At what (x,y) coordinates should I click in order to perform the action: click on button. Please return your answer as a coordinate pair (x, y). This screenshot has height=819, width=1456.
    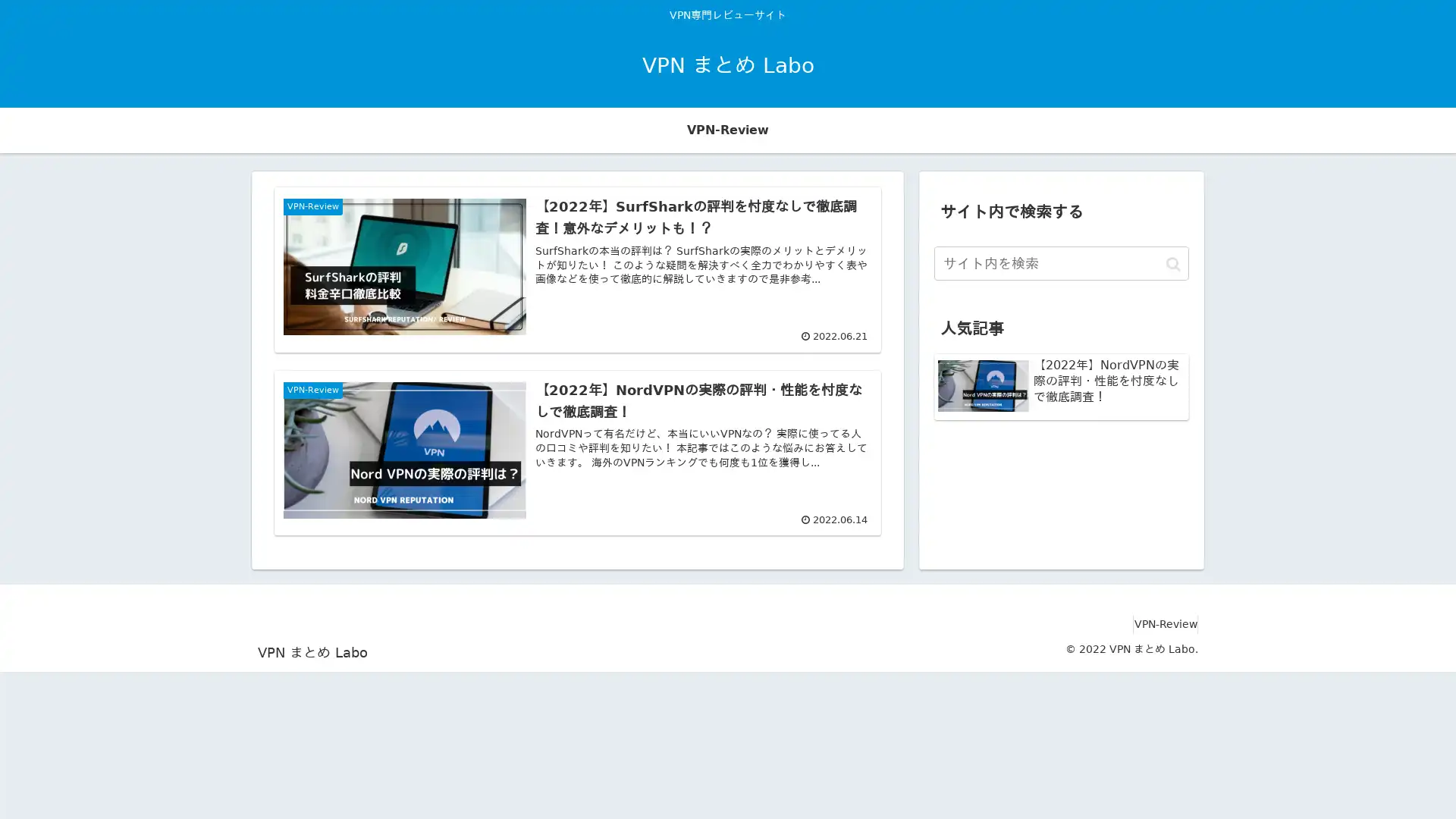
    Looking at the image, I should click on (1172, 262).